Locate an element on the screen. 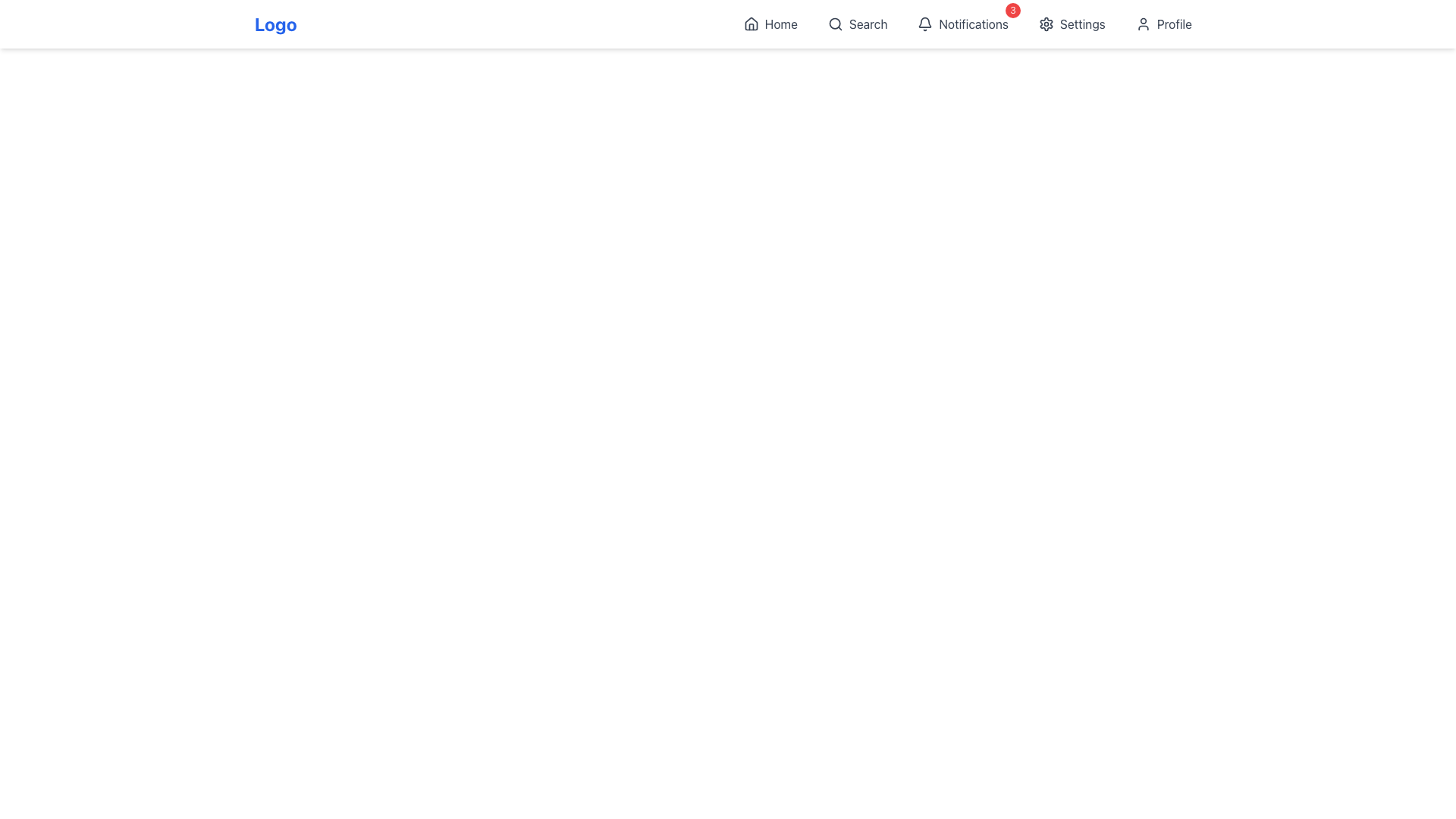  the search label in the navigation bar, which is positioned between the 'Home' and 'Notifications' options, to observe a color change is located at coordinates (868, 24).